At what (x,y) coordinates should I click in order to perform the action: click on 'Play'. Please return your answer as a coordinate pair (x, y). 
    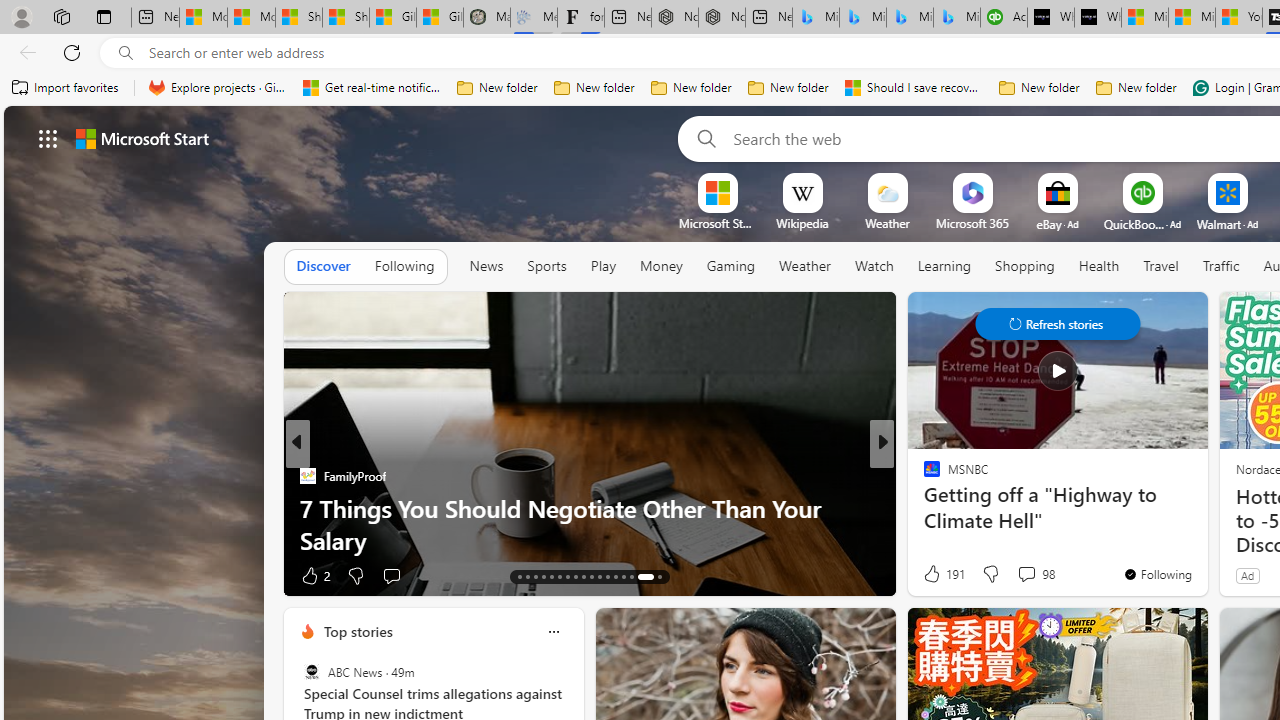
    Looking at the image, I should click on (601, 265).